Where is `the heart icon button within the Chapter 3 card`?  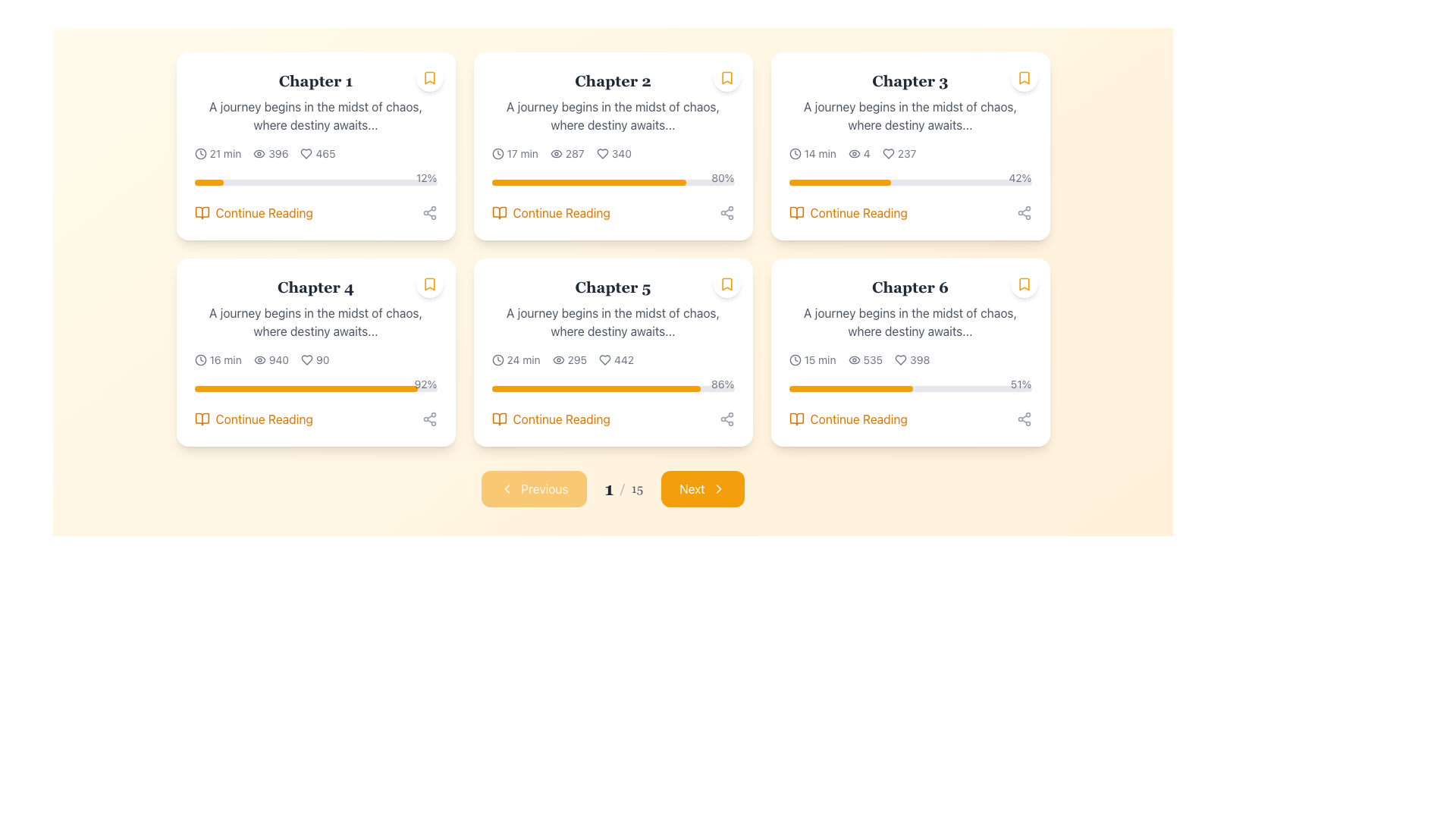 the heart icon button within the Chapter 3 card is located at coordinates (888, 154).